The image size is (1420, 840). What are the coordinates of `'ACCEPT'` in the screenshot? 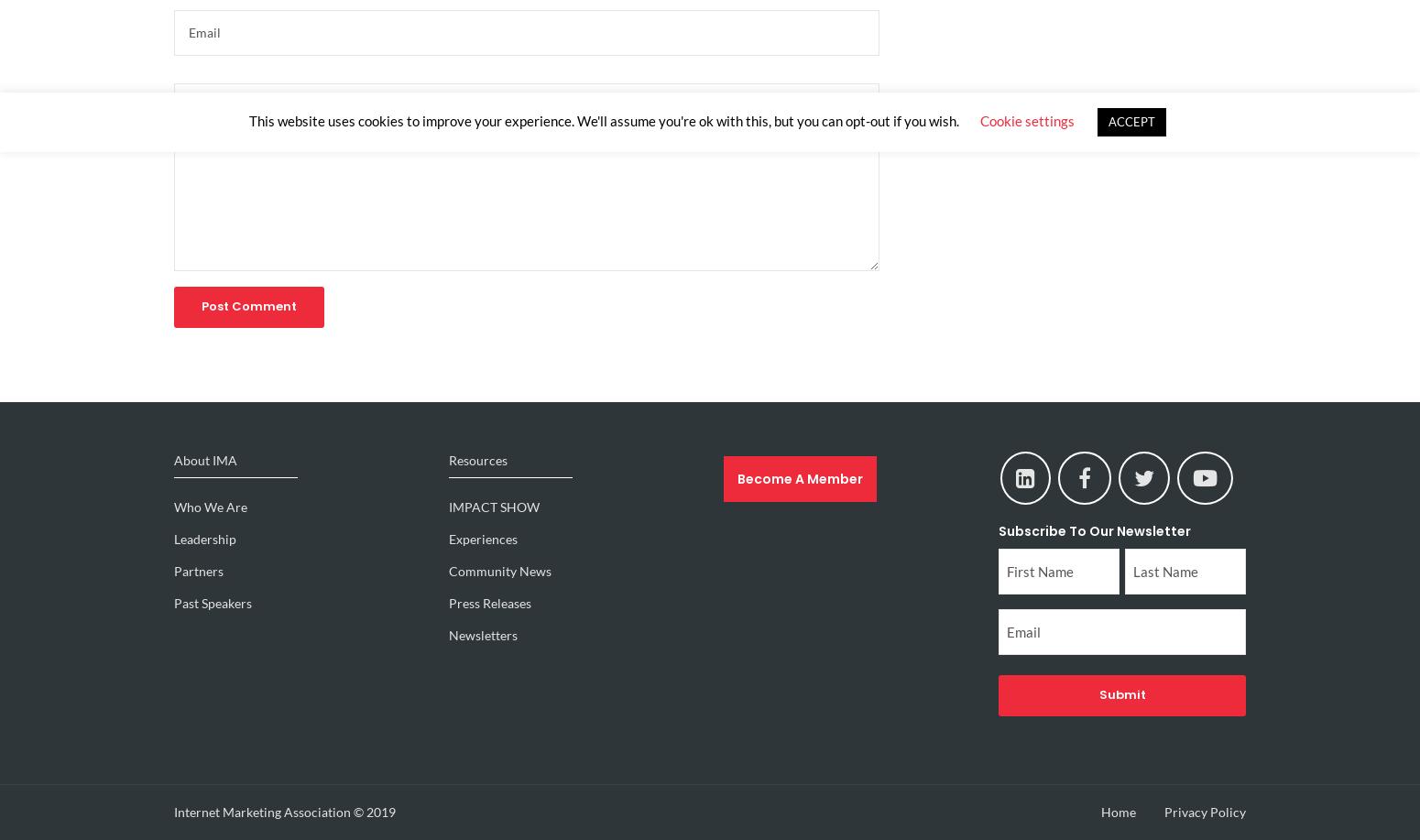 It's located at (1131, 121).